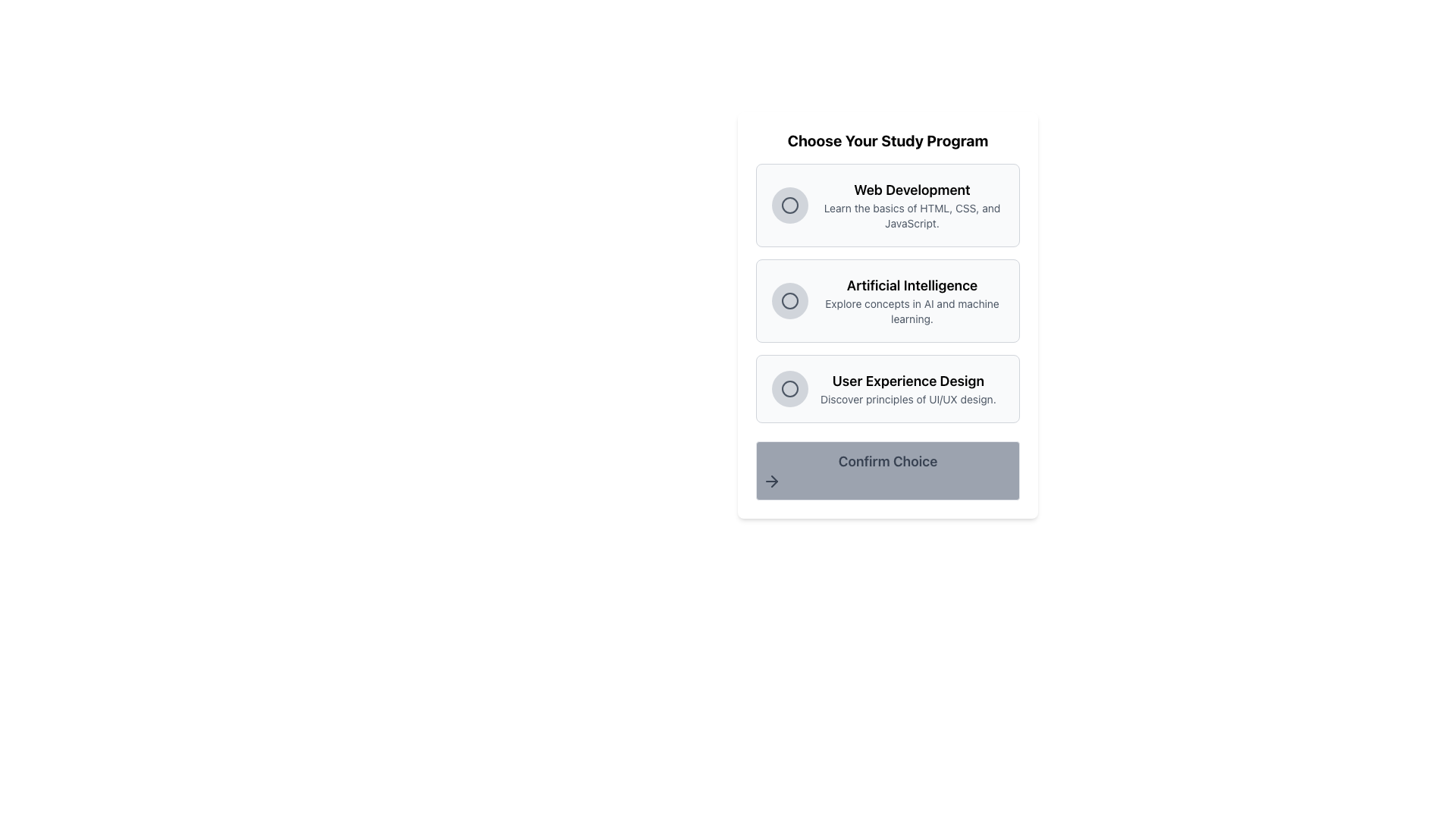 The height and width of the screenshot is (819, 1456). I want to click on the highlighted option 'Artificial Intelligence' in the list of selectable items beneath the title 'Choose Your Study Program', so click(888, 293).